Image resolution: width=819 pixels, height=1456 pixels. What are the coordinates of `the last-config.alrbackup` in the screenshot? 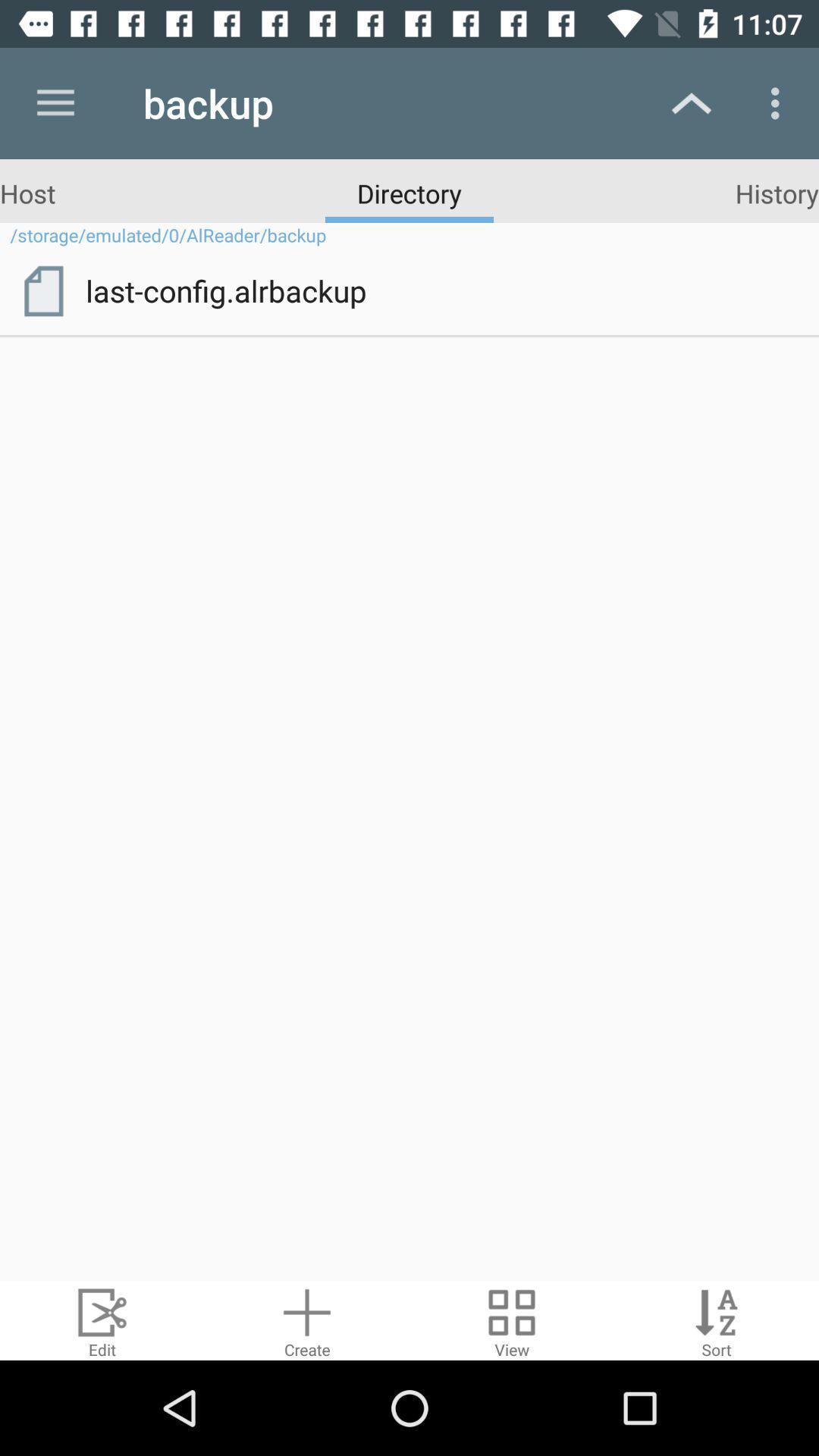 It's located at (441, 290).